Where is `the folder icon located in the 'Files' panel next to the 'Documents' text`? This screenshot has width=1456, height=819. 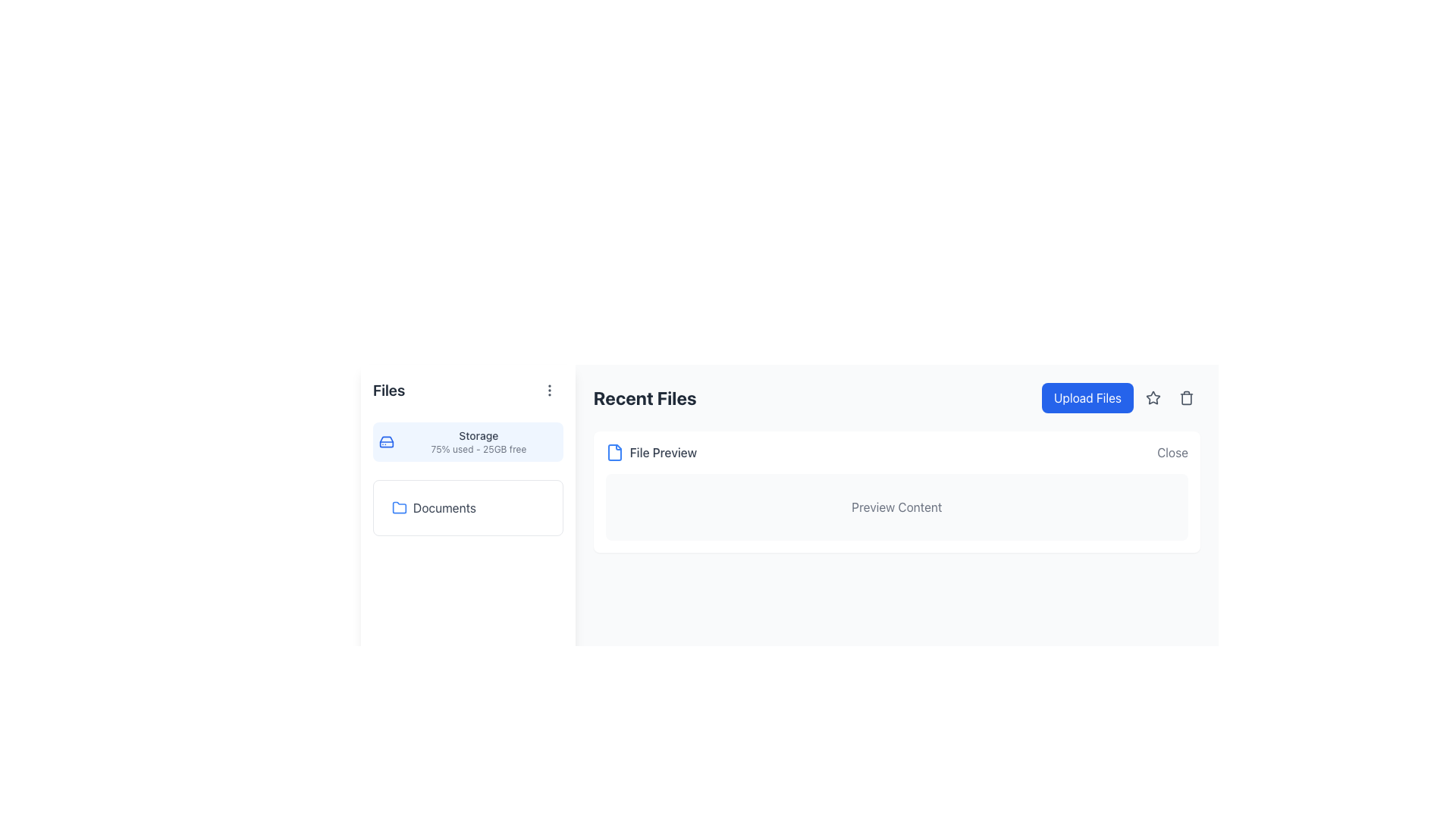 the folder icon located in the 'Files' panel next to the 'Documents' text is located at coordinates (400, 507).